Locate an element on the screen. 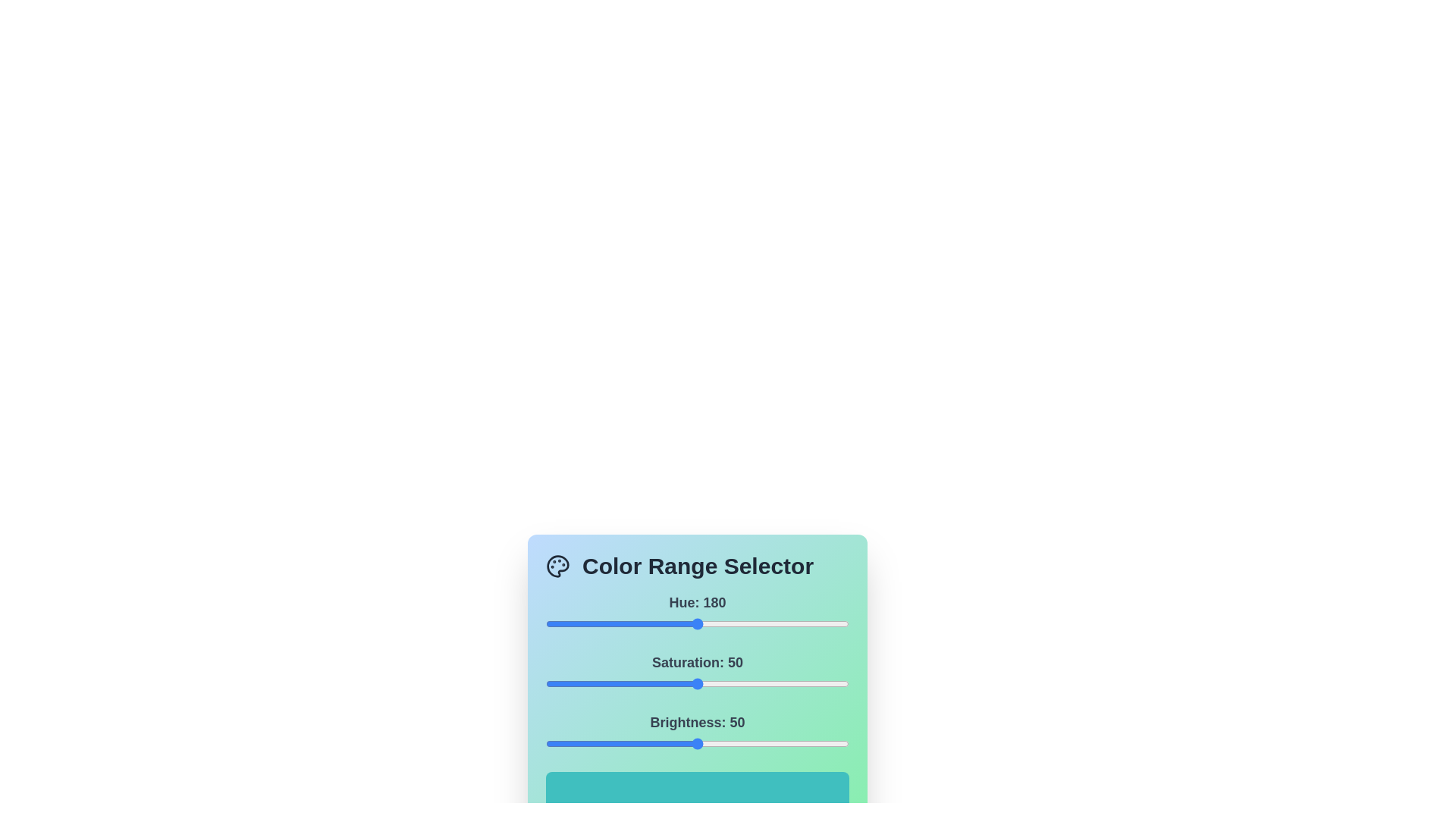 The width and height of the screenshot is (1456, 819). the brightness slider to set the brightness value to 66 is located at coordinates (745, 742).